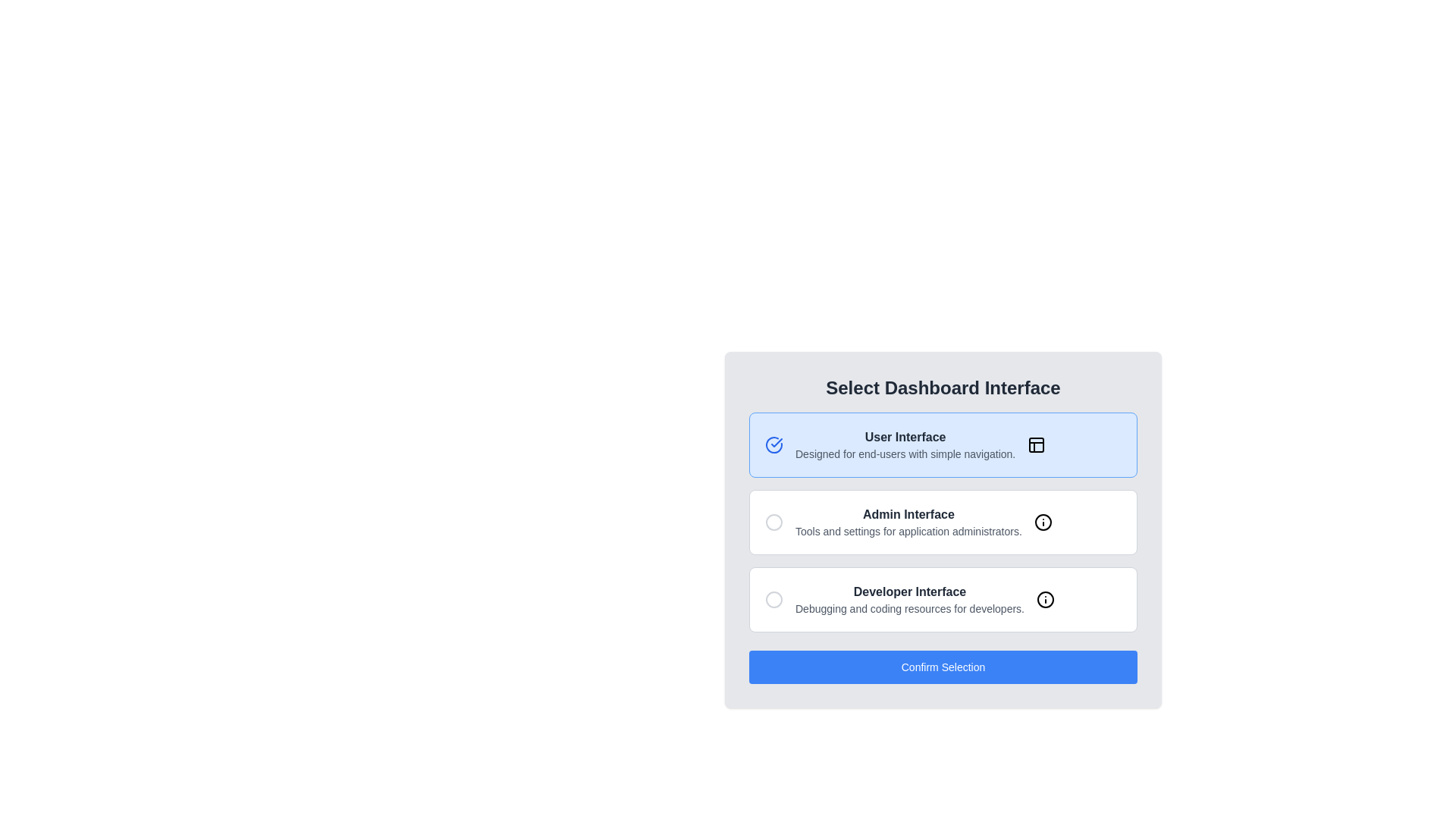 This screenshot has width=1456, height=819. What do you see at coordinates (1044, 598) in the screenshot?
I see `the third info icon in the 'Select Dashboard Interface' section, which visually indicates additional information related to the 'Developer Interface' option` at bounding box center [1044, 598].